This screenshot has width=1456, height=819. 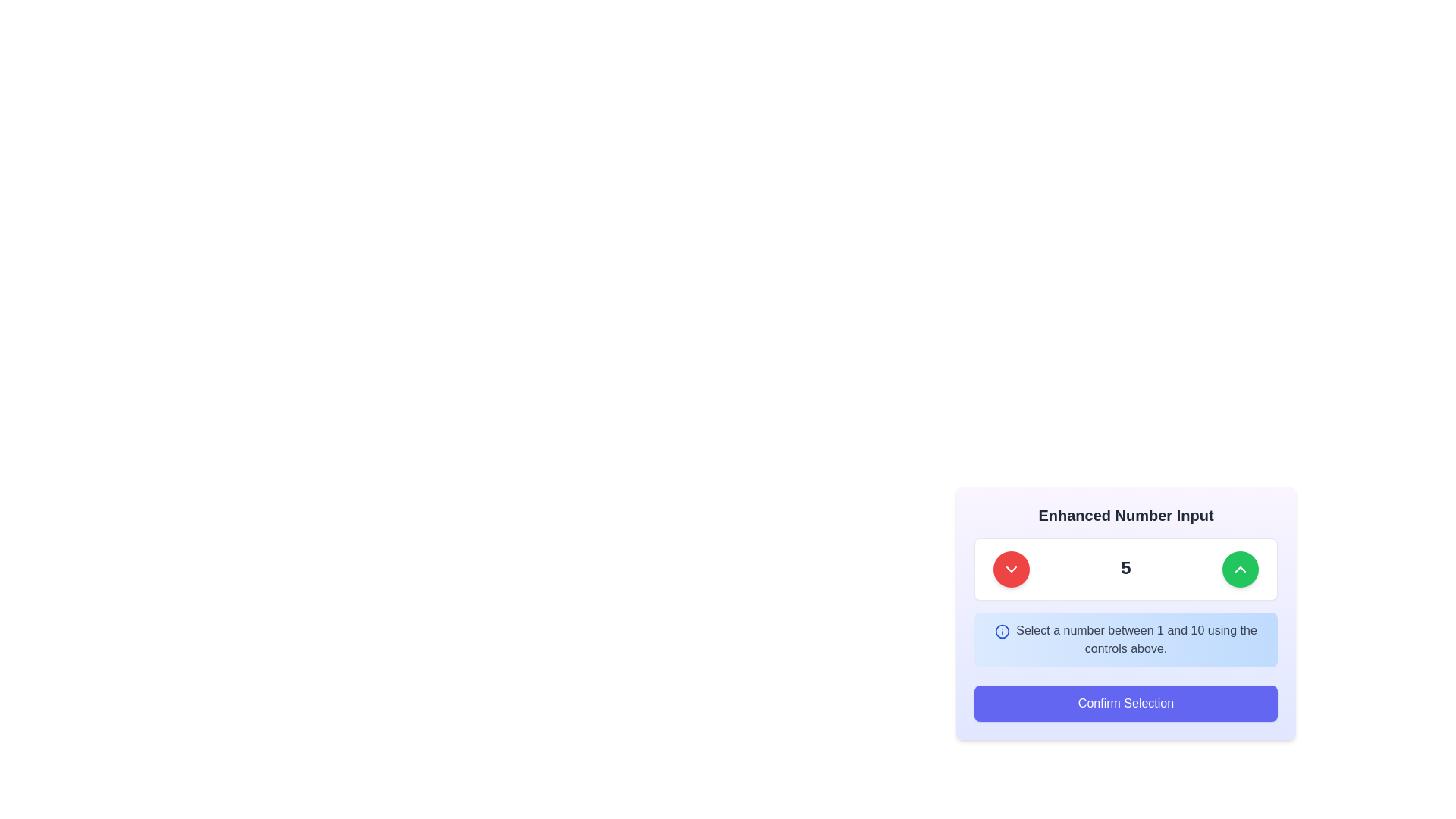 I want to click on the circular green button with a white upward-pointing chevron icon, so click(x=1241, y=570).